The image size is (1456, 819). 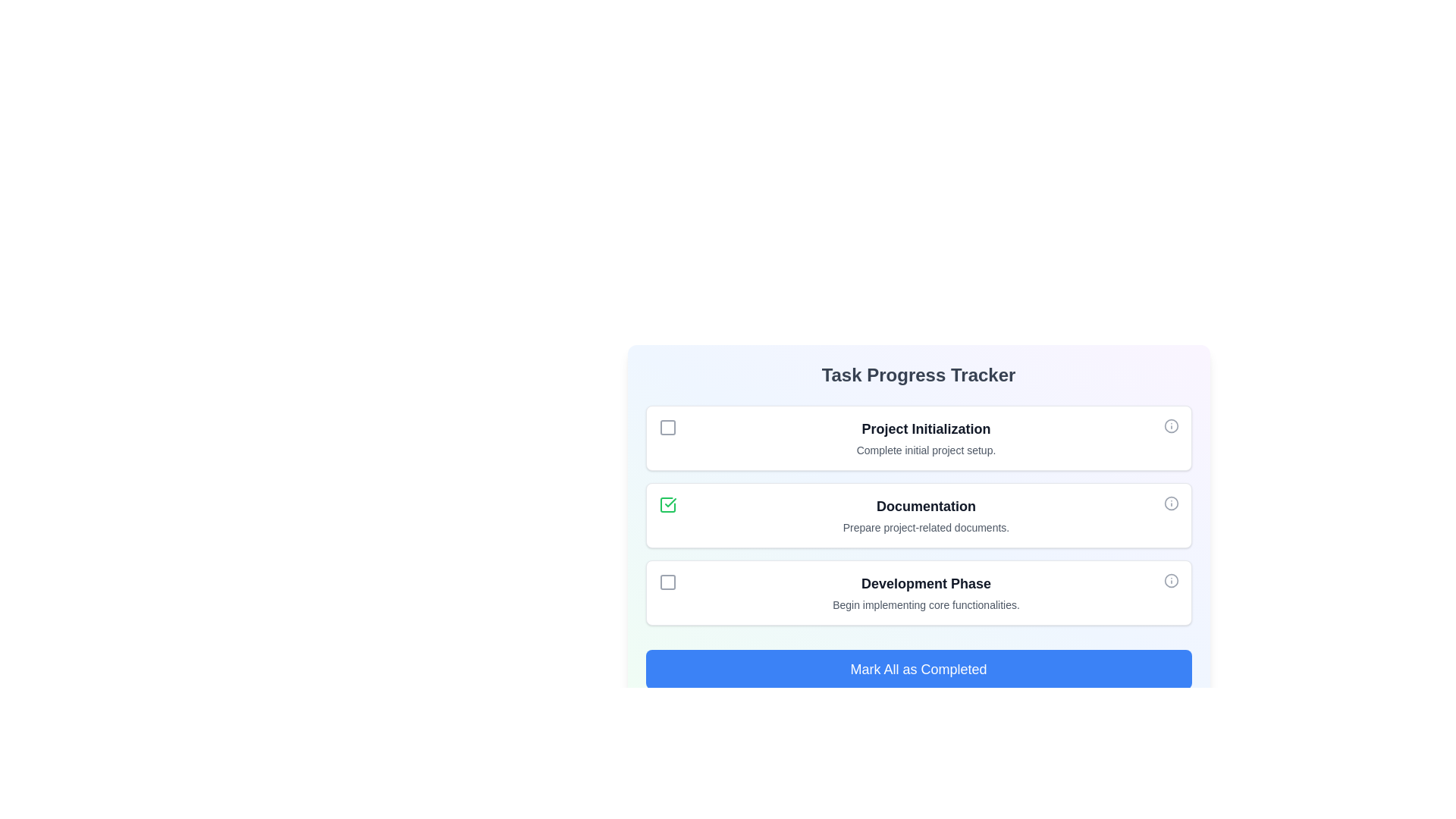 What do you see at coordinates (667, 581) in the screenshot?
I see `the checkbox located adjacent` at bounding box center [667, 581].